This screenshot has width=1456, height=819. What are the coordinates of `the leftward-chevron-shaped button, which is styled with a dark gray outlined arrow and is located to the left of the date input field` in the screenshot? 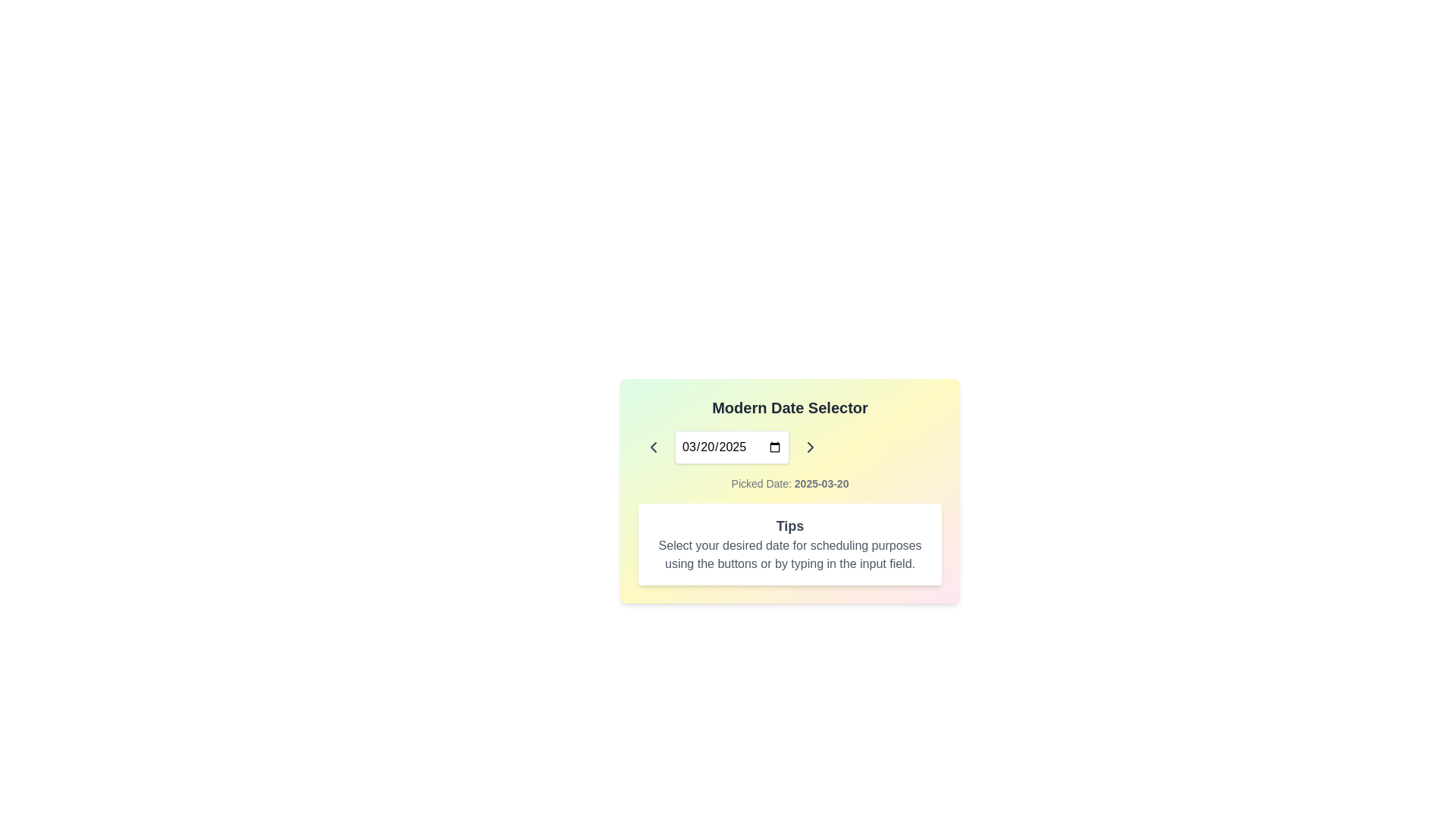 It's located at (654, 447).